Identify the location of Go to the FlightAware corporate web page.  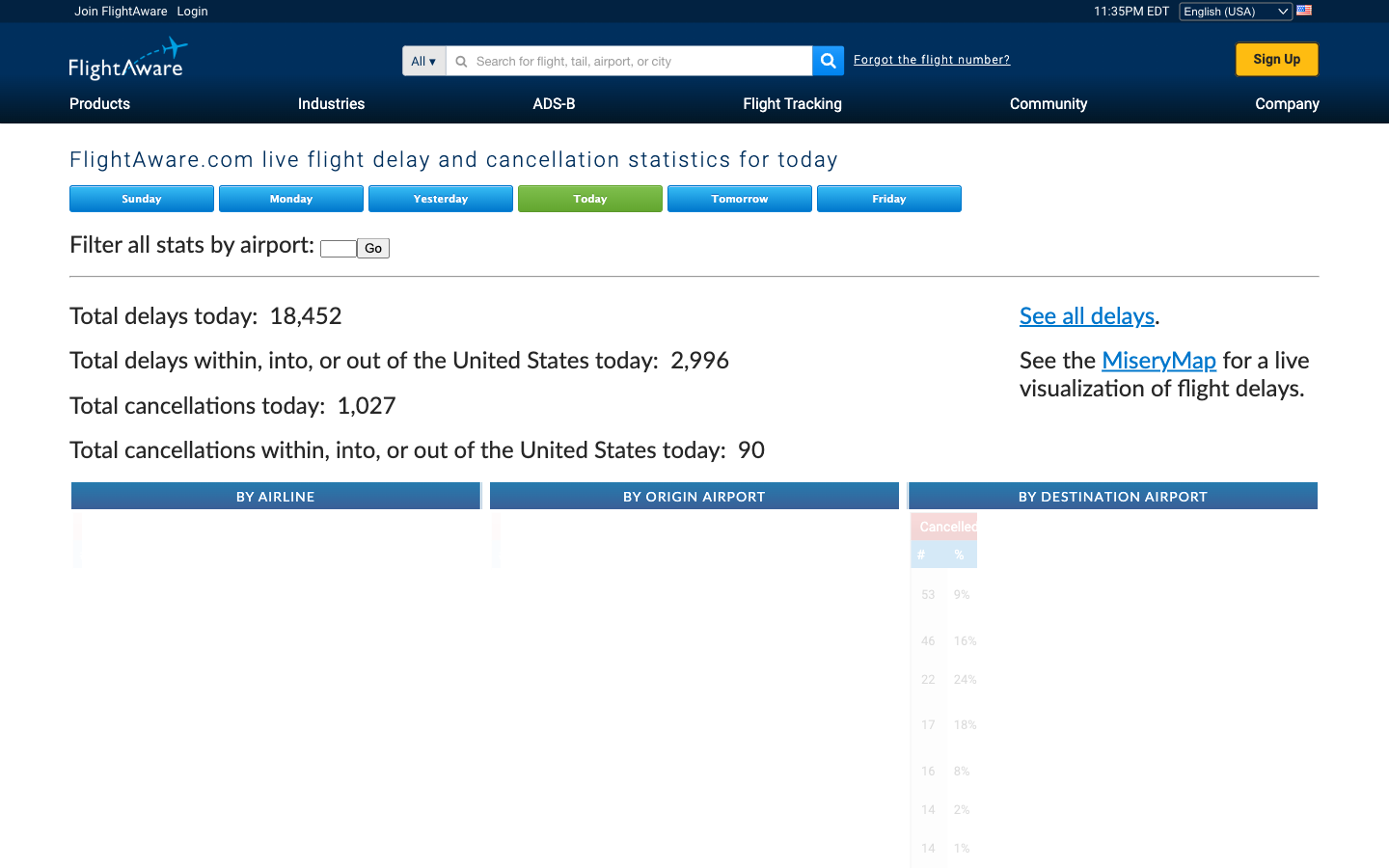
(1286, 100).